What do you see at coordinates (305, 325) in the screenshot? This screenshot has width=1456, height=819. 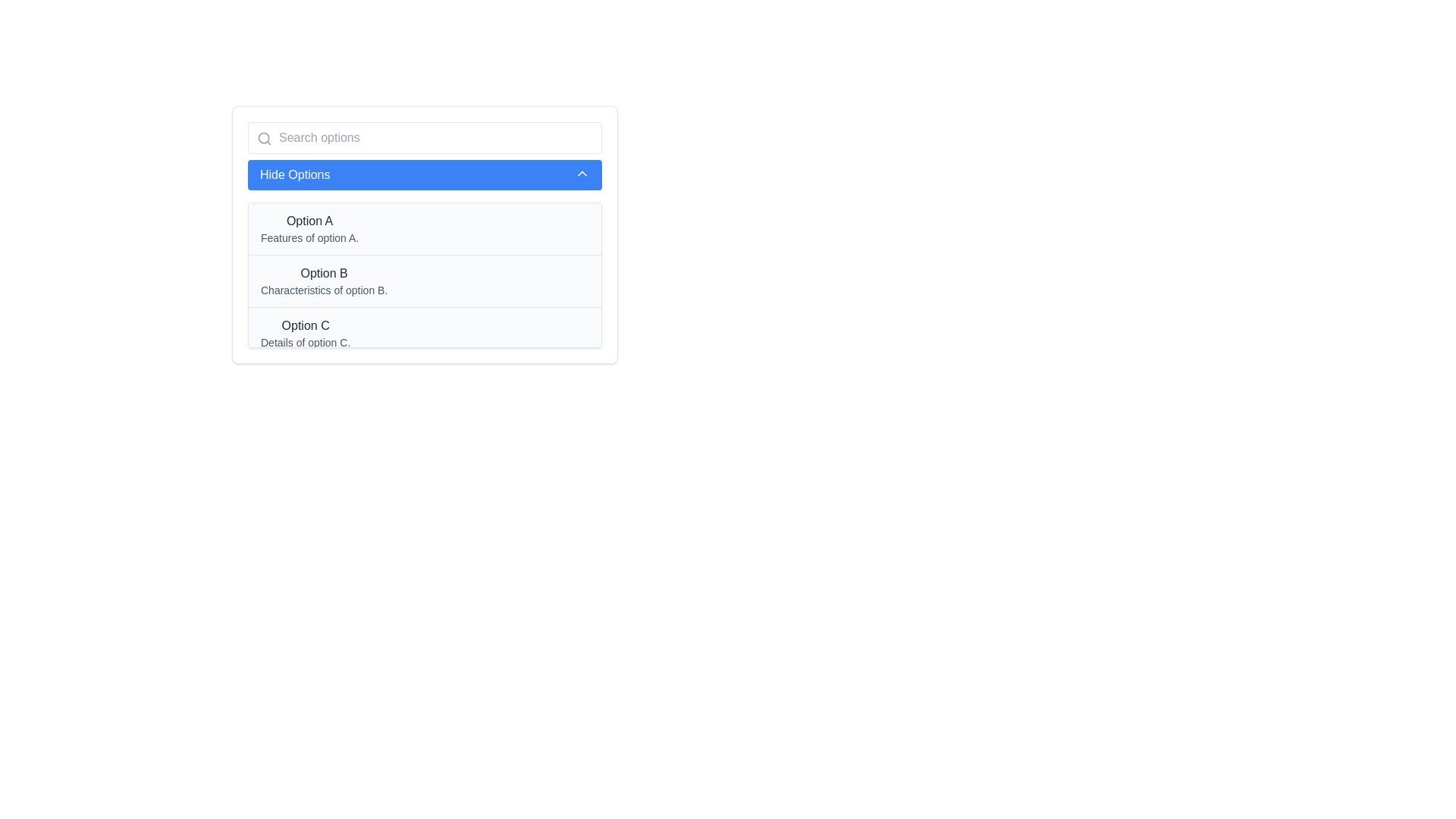 I see `the text label 'Option C' in the dropdown menu` at bounding box center [305, 325].